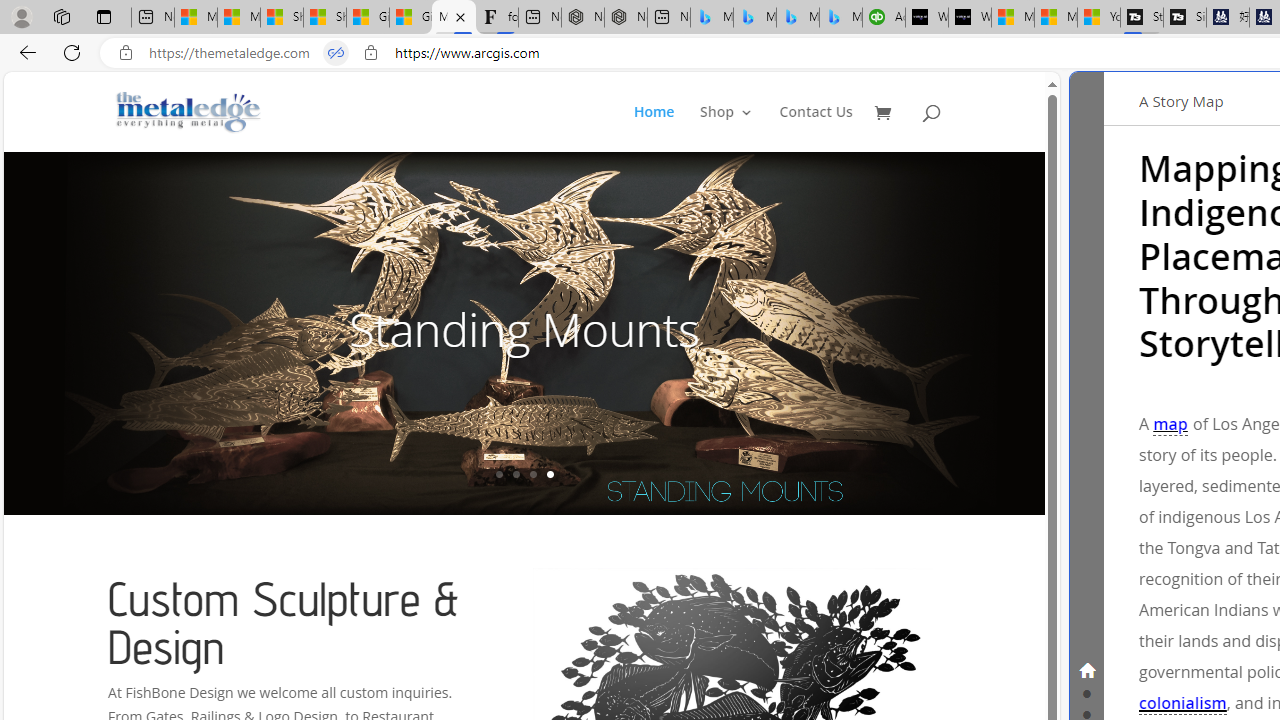 The width and height of the screenshot is (1280, 720). What do you see at coordinates (726, 128) in the screenshot?
I see `'Shop 3'` at bounding box center [726, 128].